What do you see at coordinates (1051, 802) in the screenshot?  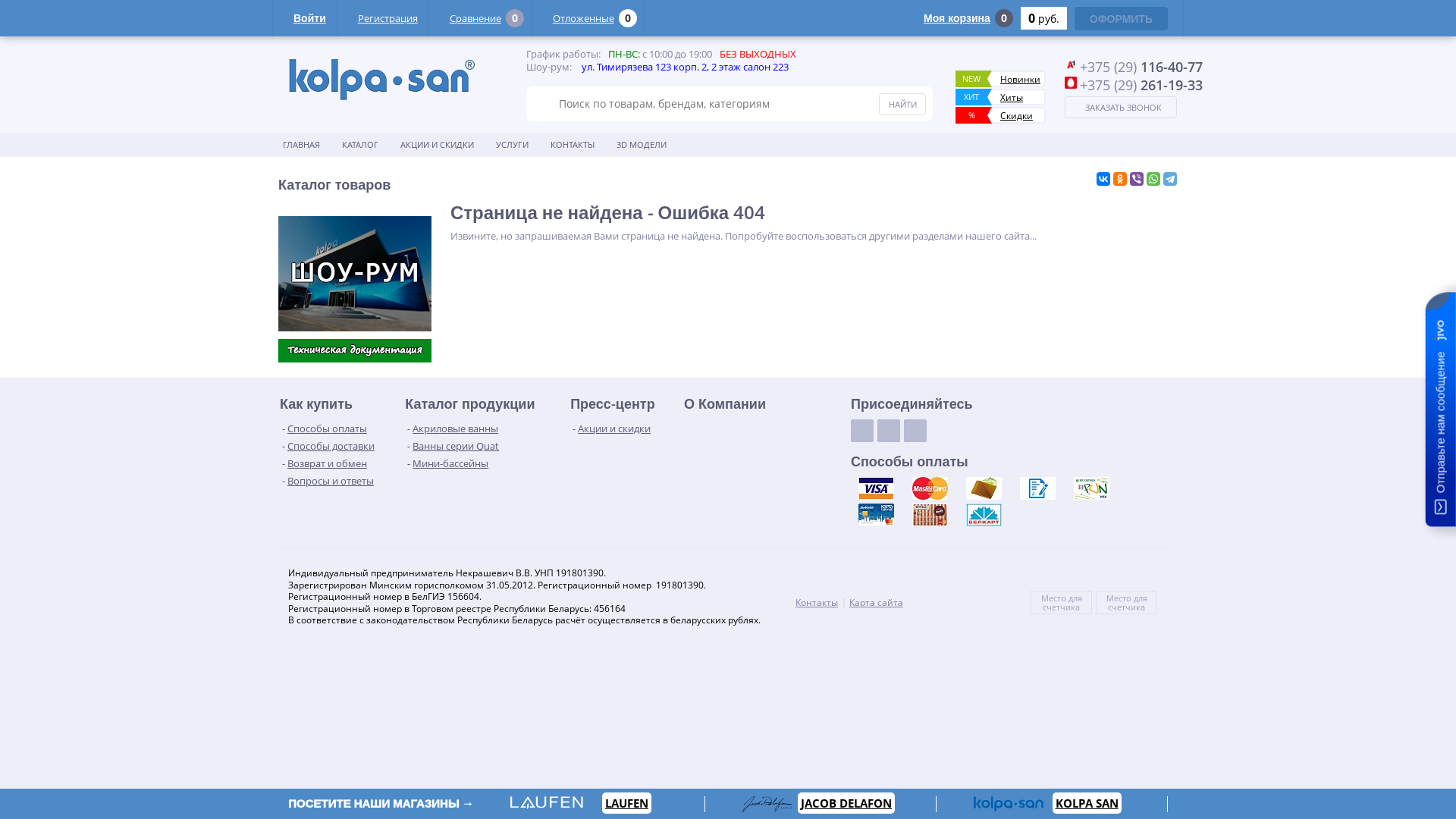 I see `'KOLPA SAN'` at bounding box center [1051, 802].